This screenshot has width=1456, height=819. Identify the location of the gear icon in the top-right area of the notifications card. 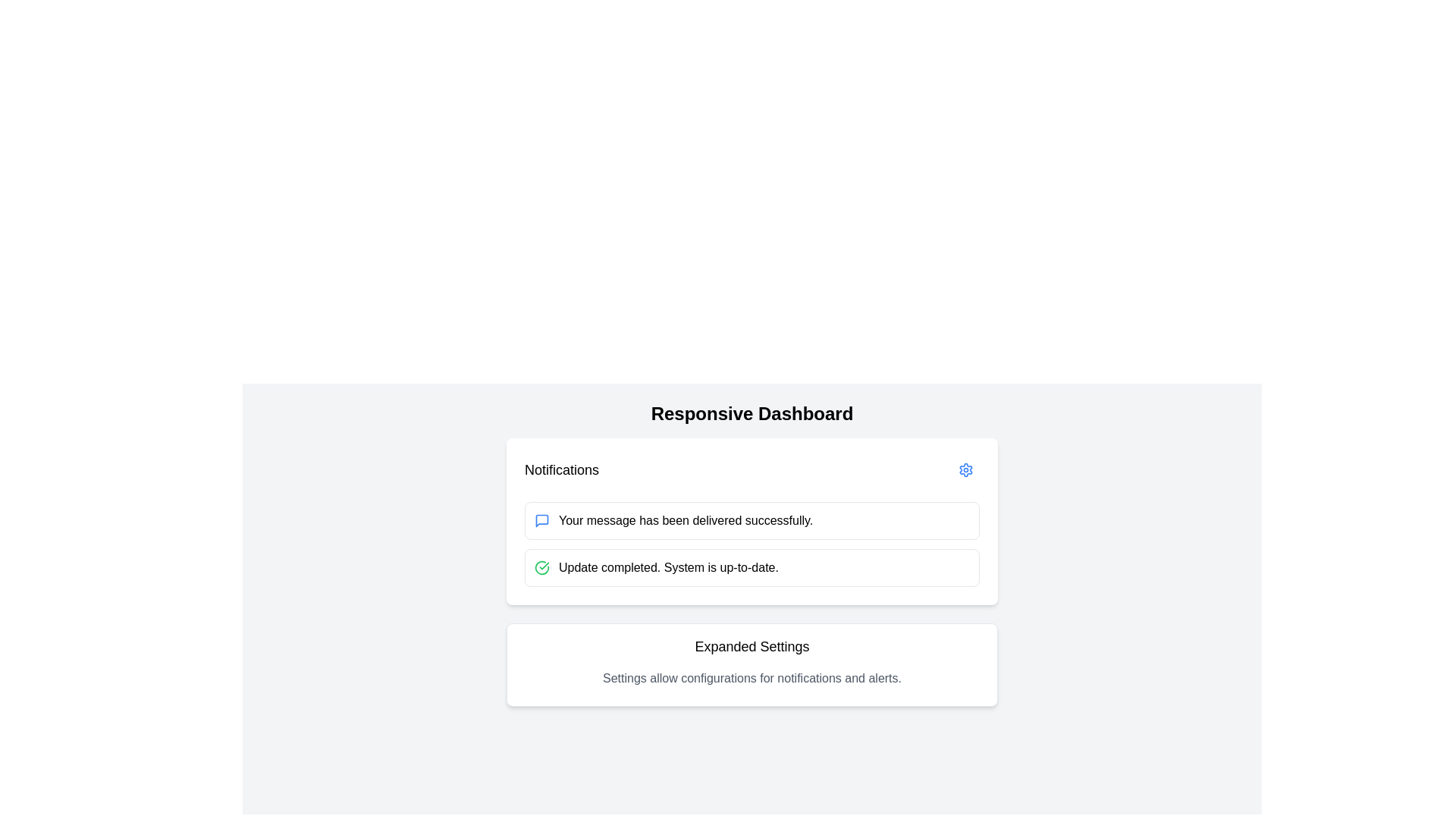
(965, 469).